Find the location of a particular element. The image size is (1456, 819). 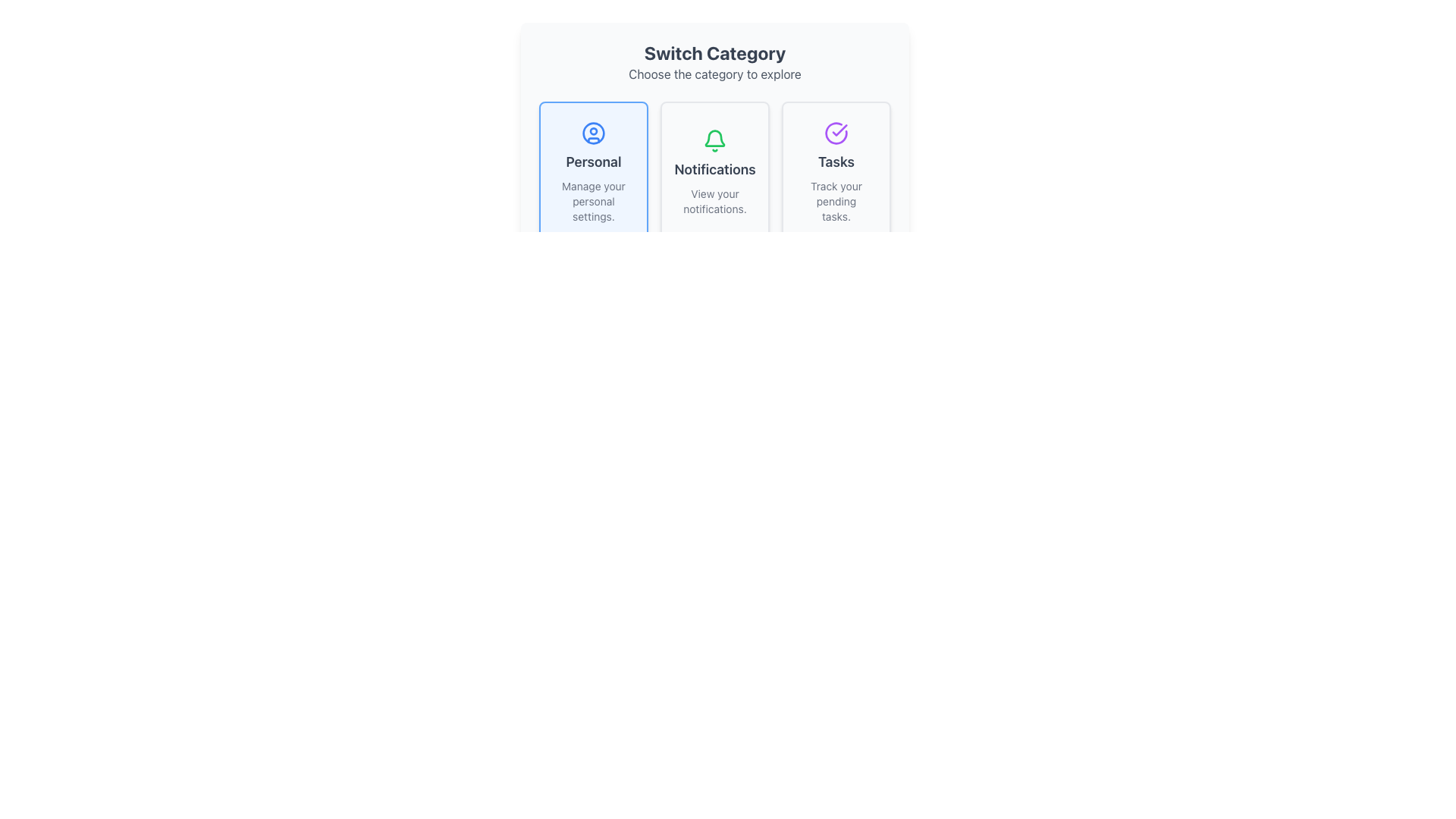

the notification icon within the 'Notifications' card, which is centered below the title 'Notifications' is located at coordinates (714, 138).